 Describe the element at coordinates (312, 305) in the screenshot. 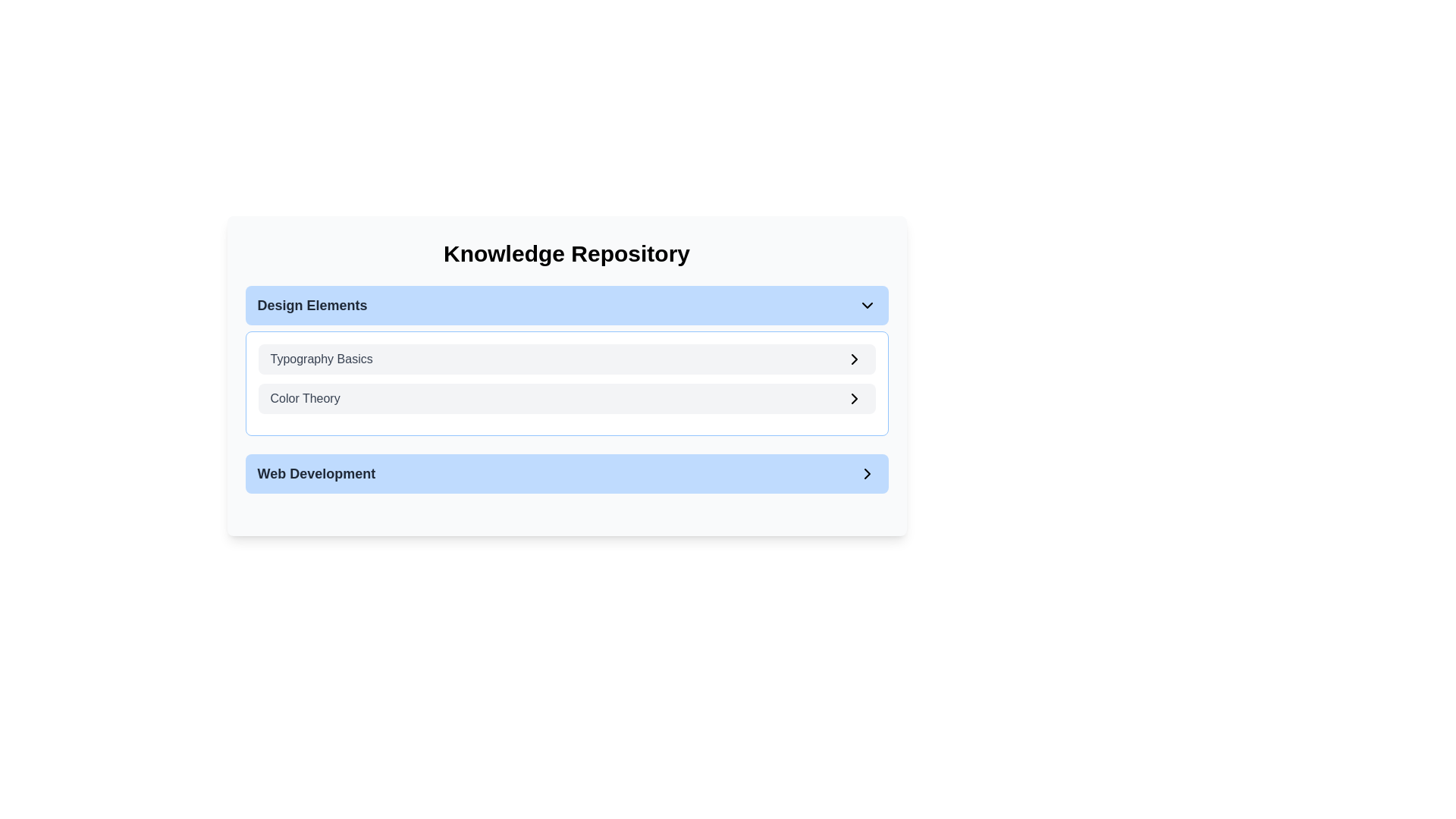

I see `the 'Design Elements' text label, which is styled in a large, bold font with a gray color and is located on the left side of its blue, rounded background section` at that location.